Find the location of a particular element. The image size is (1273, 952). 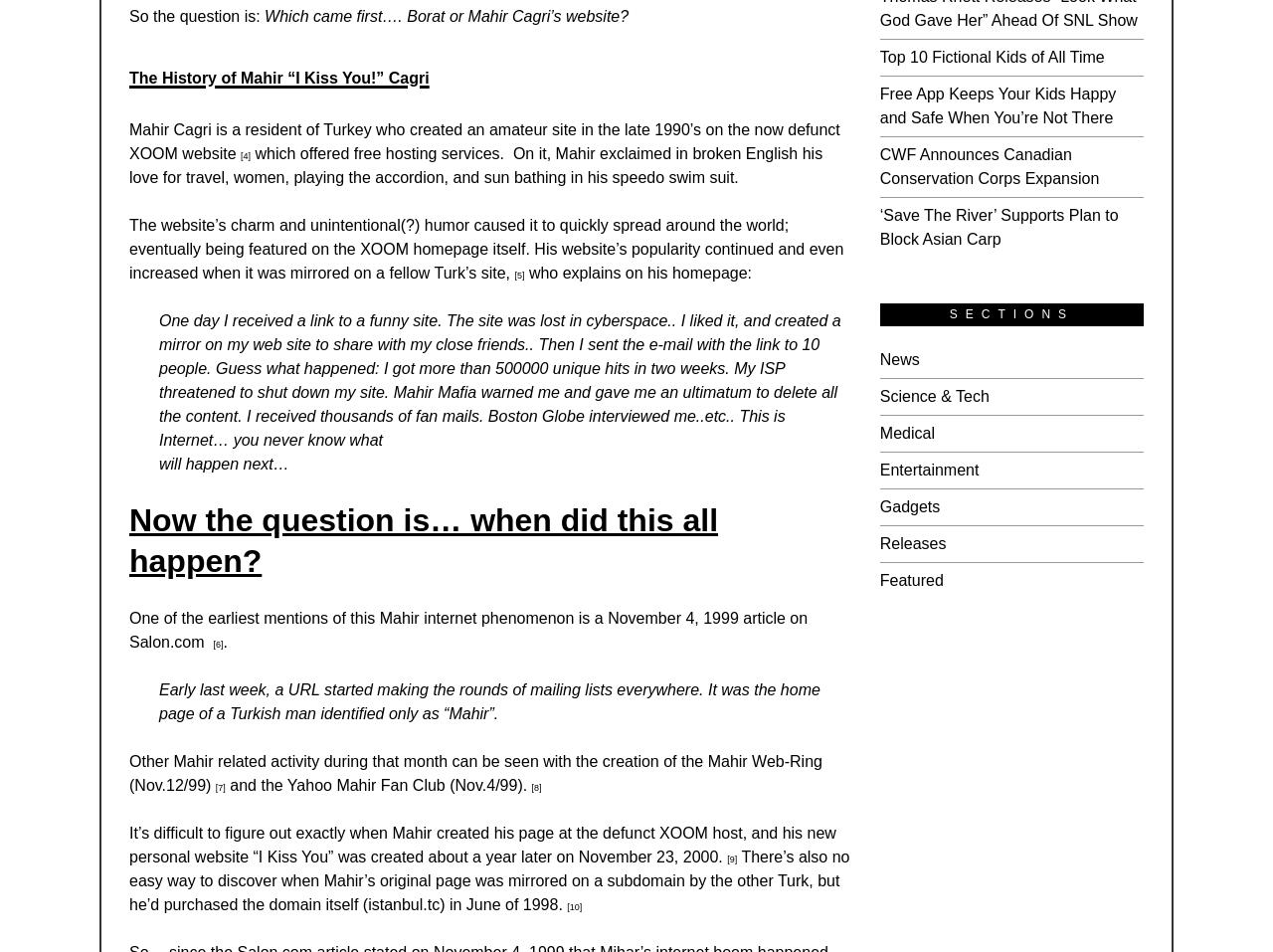

'Top 10 Fictional Kids of All Time' is located at coordinates (991, 55).